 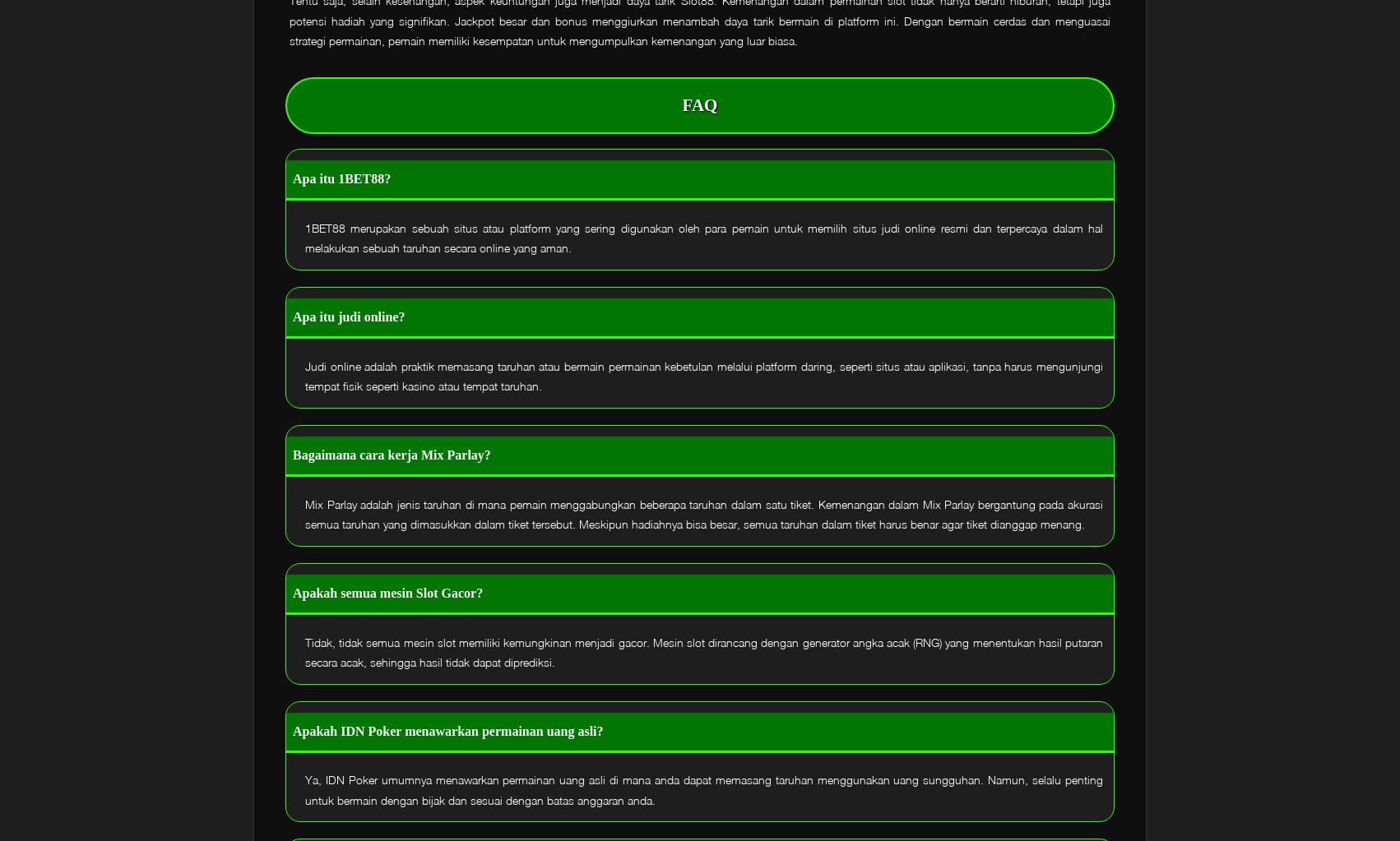 What do you see at coordinates (703, 512) in the screenshot?
I see `'Mix Parlay adalah jenis taruhan di mana pemain menggabungkan beberapa taruhan dalam satu tiket. Kemenangan dalam Mix Parlay bergantung pada akurasi semua taruhan yang dimasukkan dalam tiket tersebut. Meskipun hadiahnya bisa besar, semua taruhan dalam tiket harus benar agar tiket dianggap menang.'` at bounding box center [703, 512].